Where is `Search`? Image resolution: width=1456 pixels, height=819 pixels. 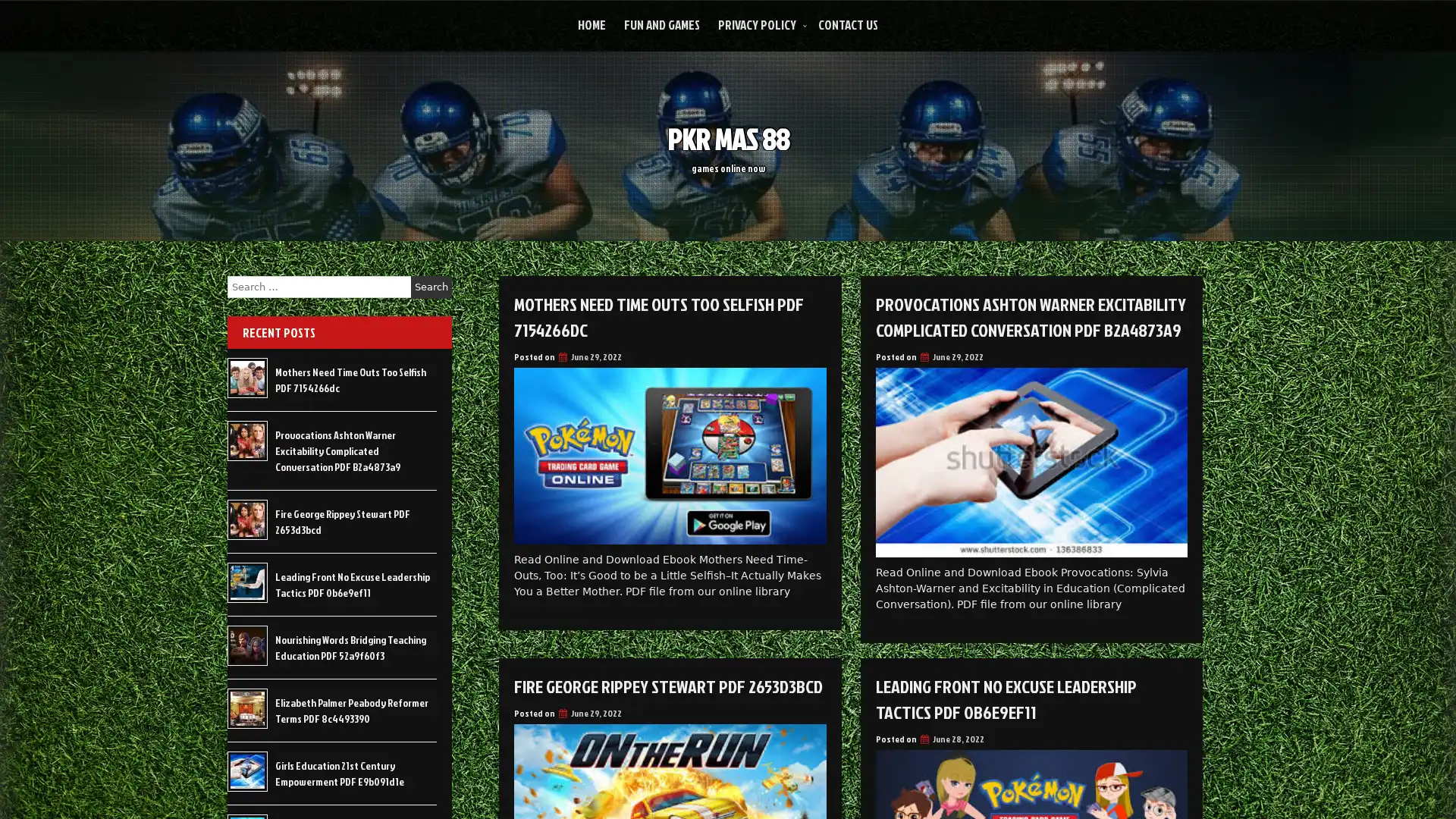 Search is located at coordinates (431, 287).